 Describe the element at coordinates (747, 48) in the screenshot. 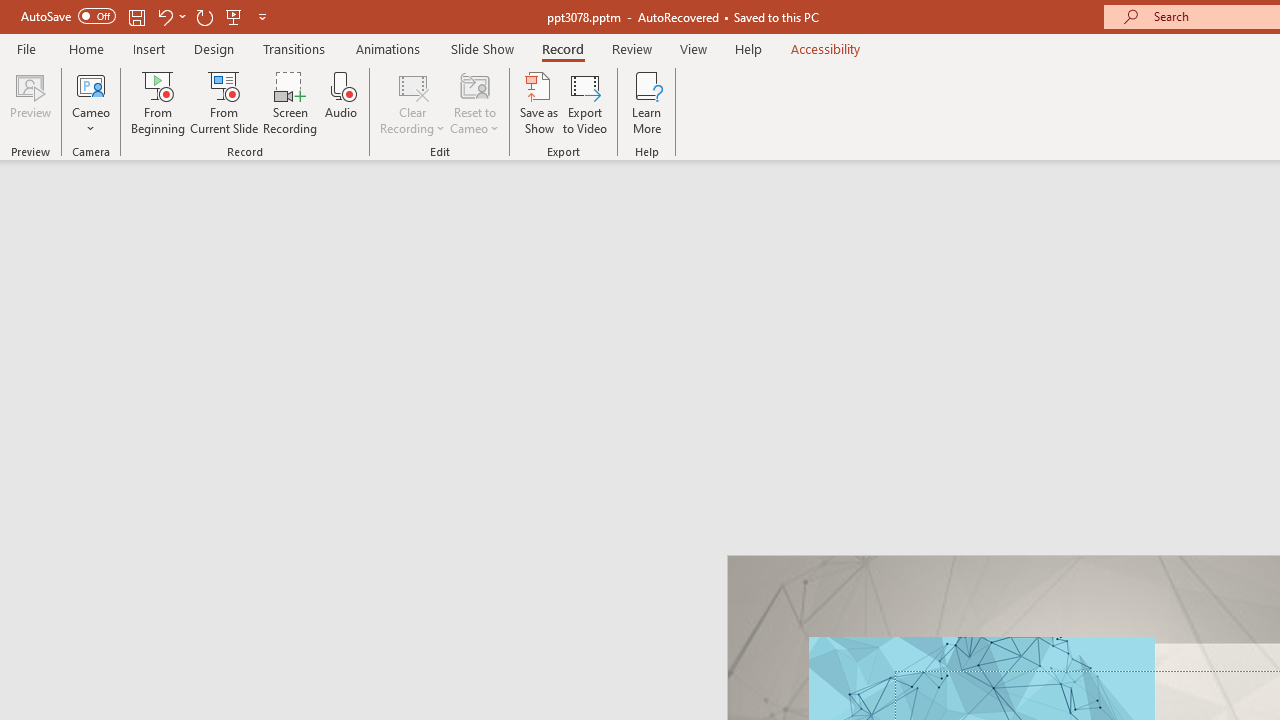

I see `'Help'` at that location.